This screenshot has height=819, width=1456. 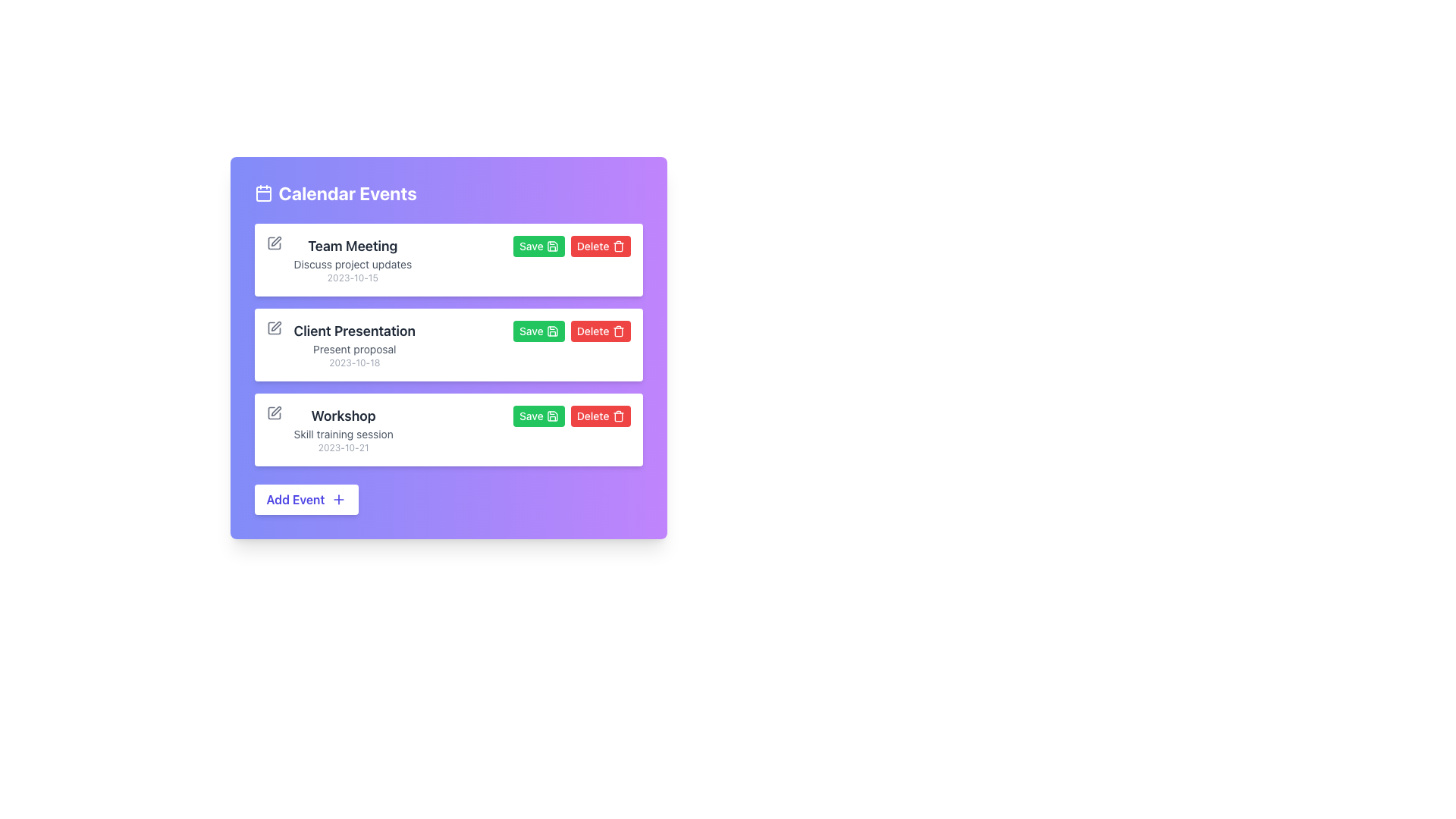 I want to click on the title text label of the second event block in the 'Calendar Events' section, which is the largest text displaying the event title, so click(x=353, y=330).